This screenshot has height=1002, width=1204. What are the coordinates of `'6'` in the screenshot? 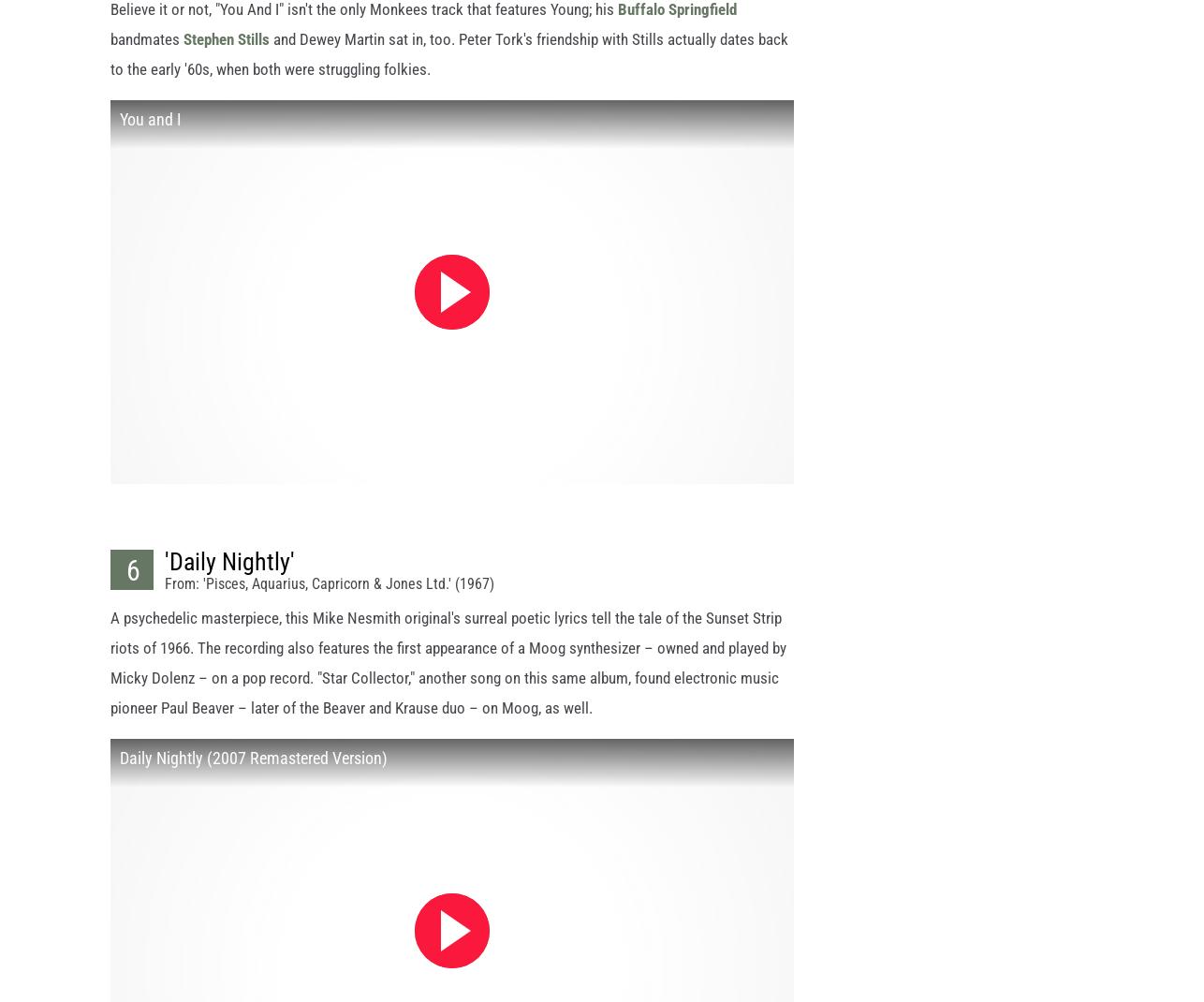 It's located at (132, 587).